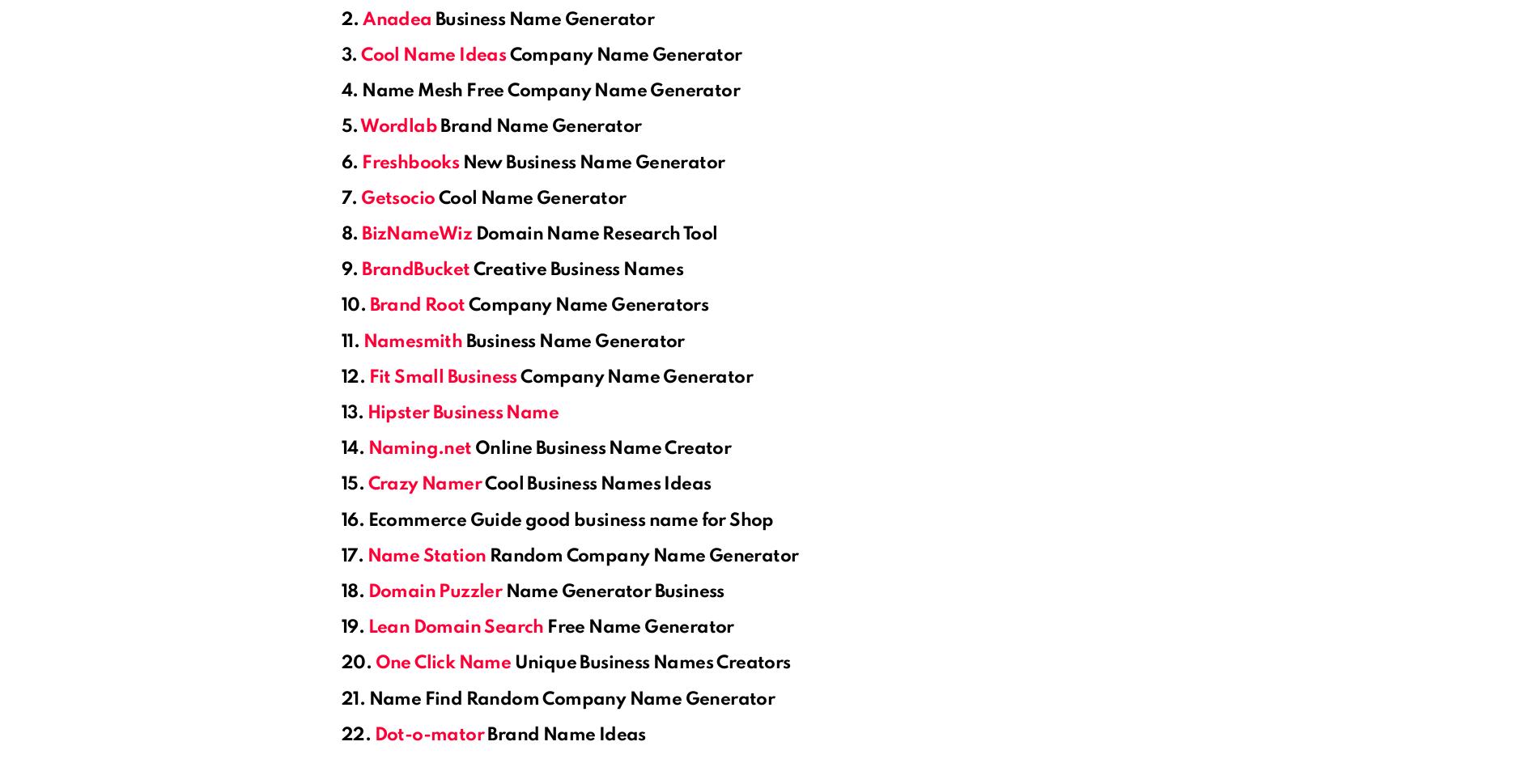 The height and width of the screenshot is (784, 1538). What do you see at coordinates (350, 54) in the screenshot?
I see `'3.'` at bounding box center [350, 54].